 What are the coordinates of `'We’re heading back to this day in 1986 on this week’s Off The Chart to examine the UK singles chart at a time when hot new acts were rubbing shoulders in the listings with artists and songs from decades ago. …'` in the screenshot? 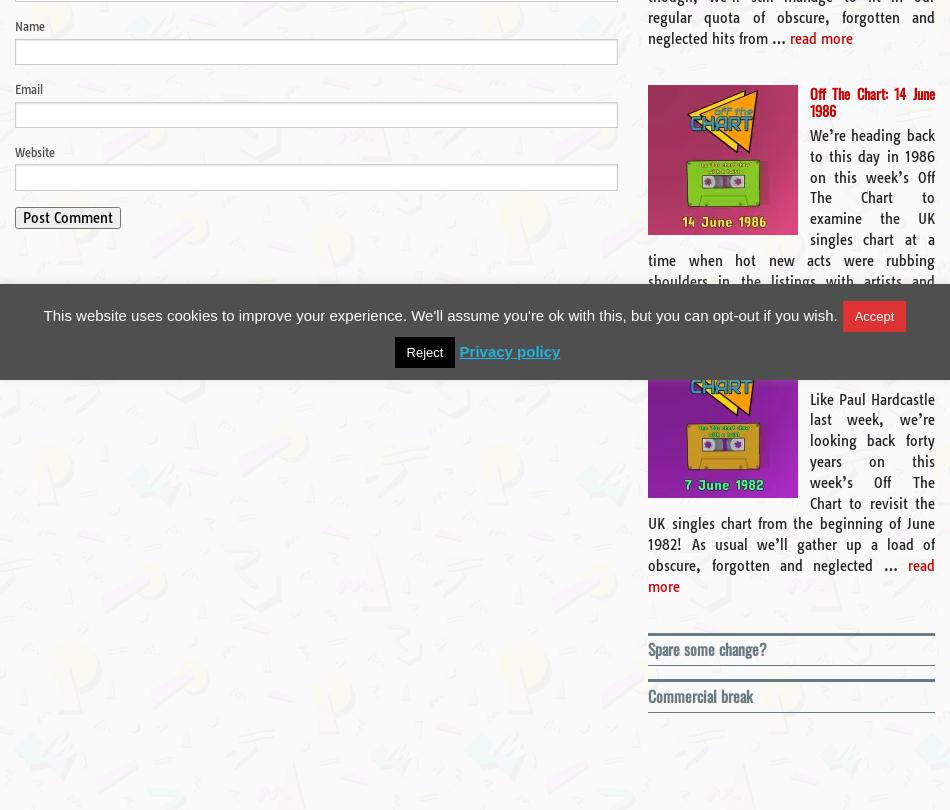 It's located at (789, 218).